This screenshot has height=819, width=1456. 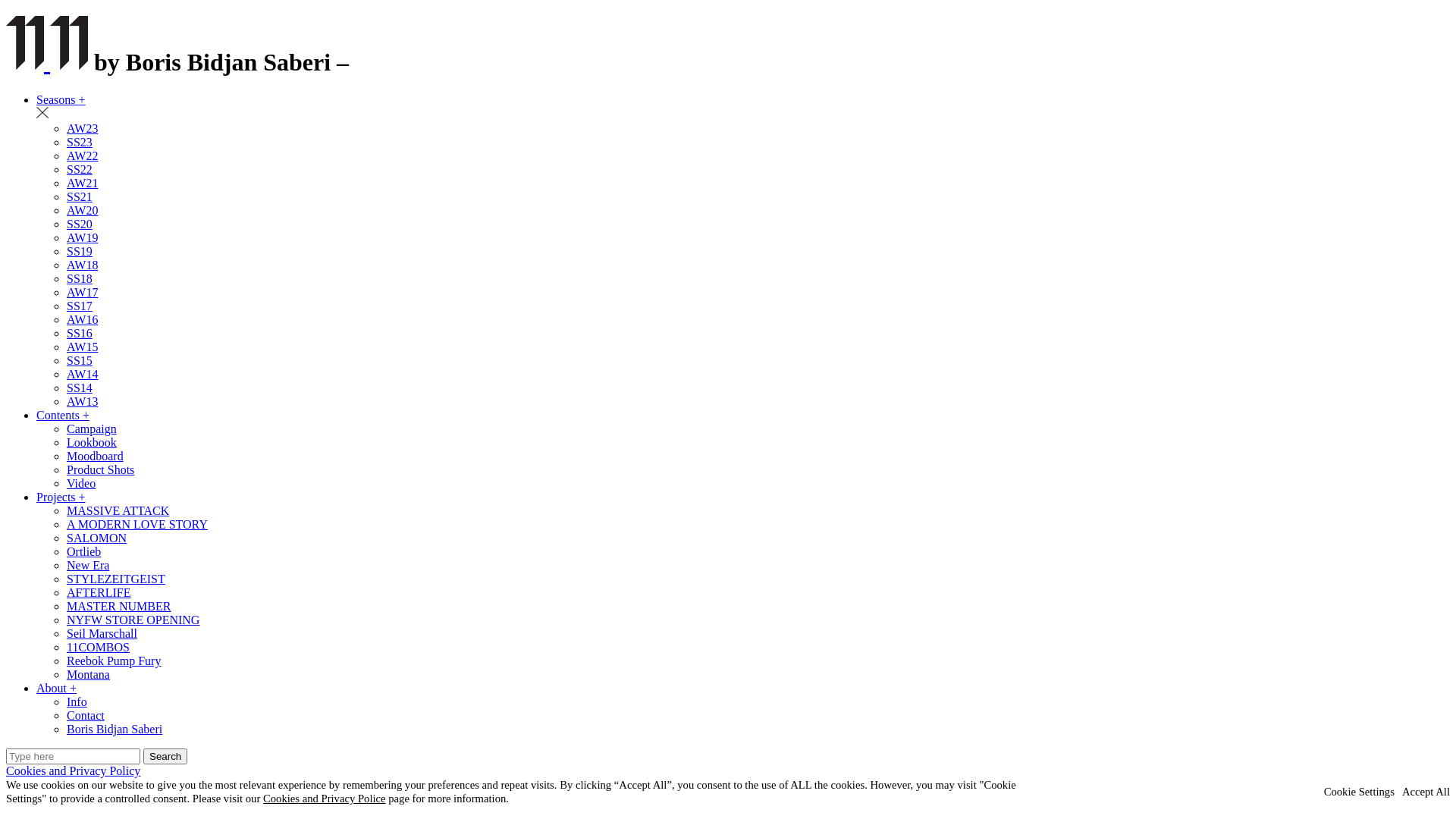 What do you see at coordinates (65, 591) in the screenshot?
I see `'AFTERLIFE'` at bounding box center [65, 591].